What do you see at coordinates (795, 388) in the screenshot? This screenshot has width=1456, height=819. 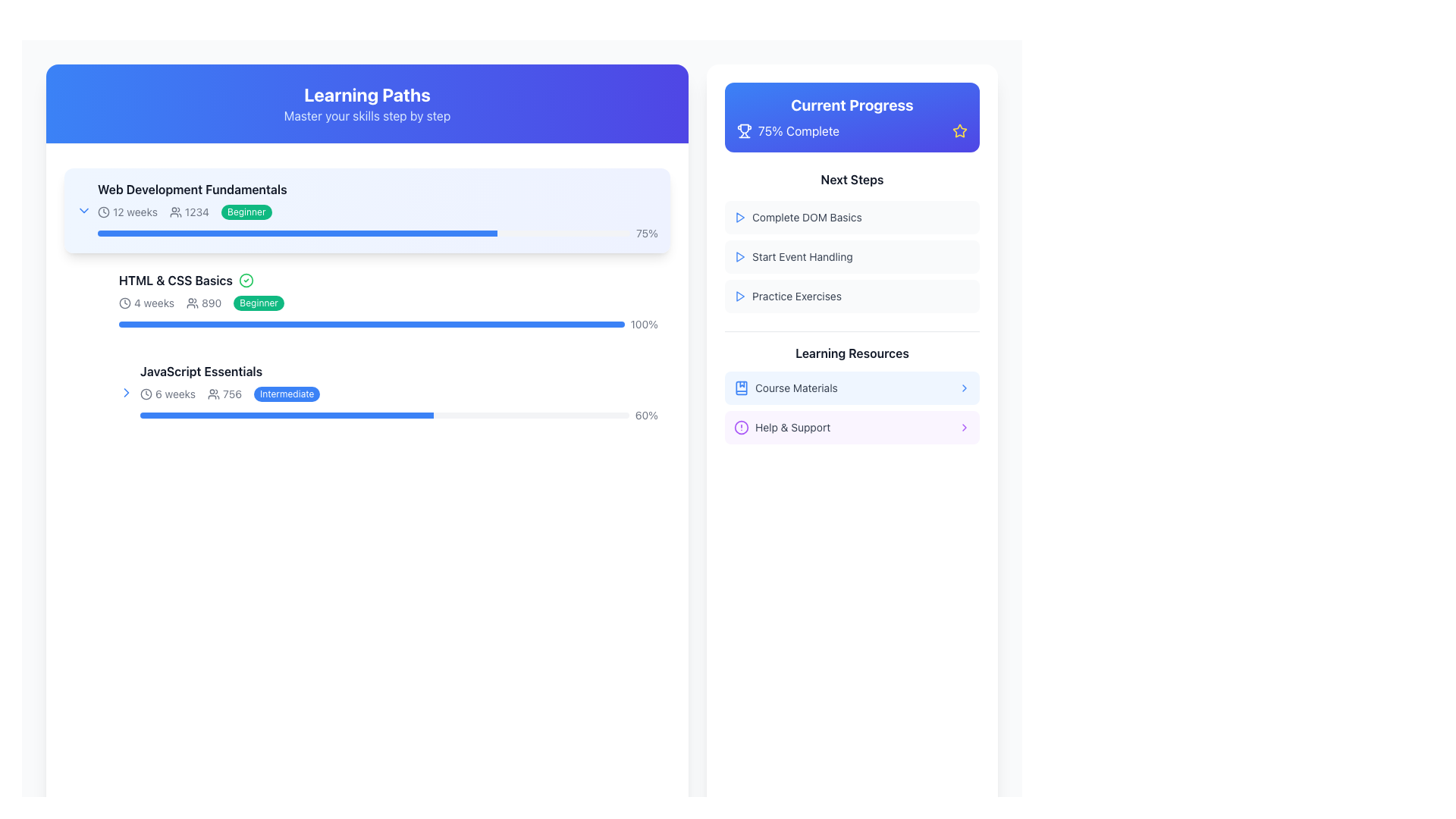 I see `text of the label that describes the first resource listed under the 'Learning Resources' heading in the right panel, positioned immediately after the book icon` at bounding box center [795, 388].